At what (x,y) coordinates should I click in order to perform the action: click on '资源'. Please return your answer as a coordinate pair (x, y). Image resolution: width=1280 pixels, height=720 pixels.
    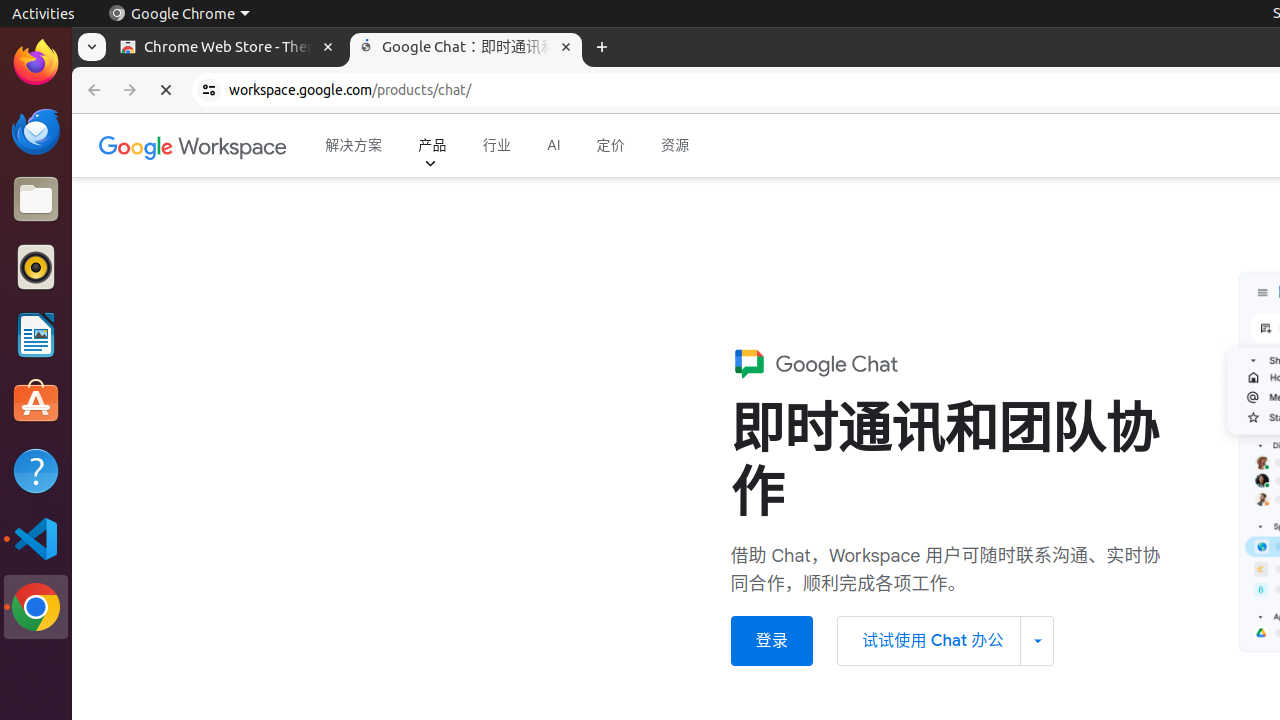
    Looking at the image, I should click on (675, 145).